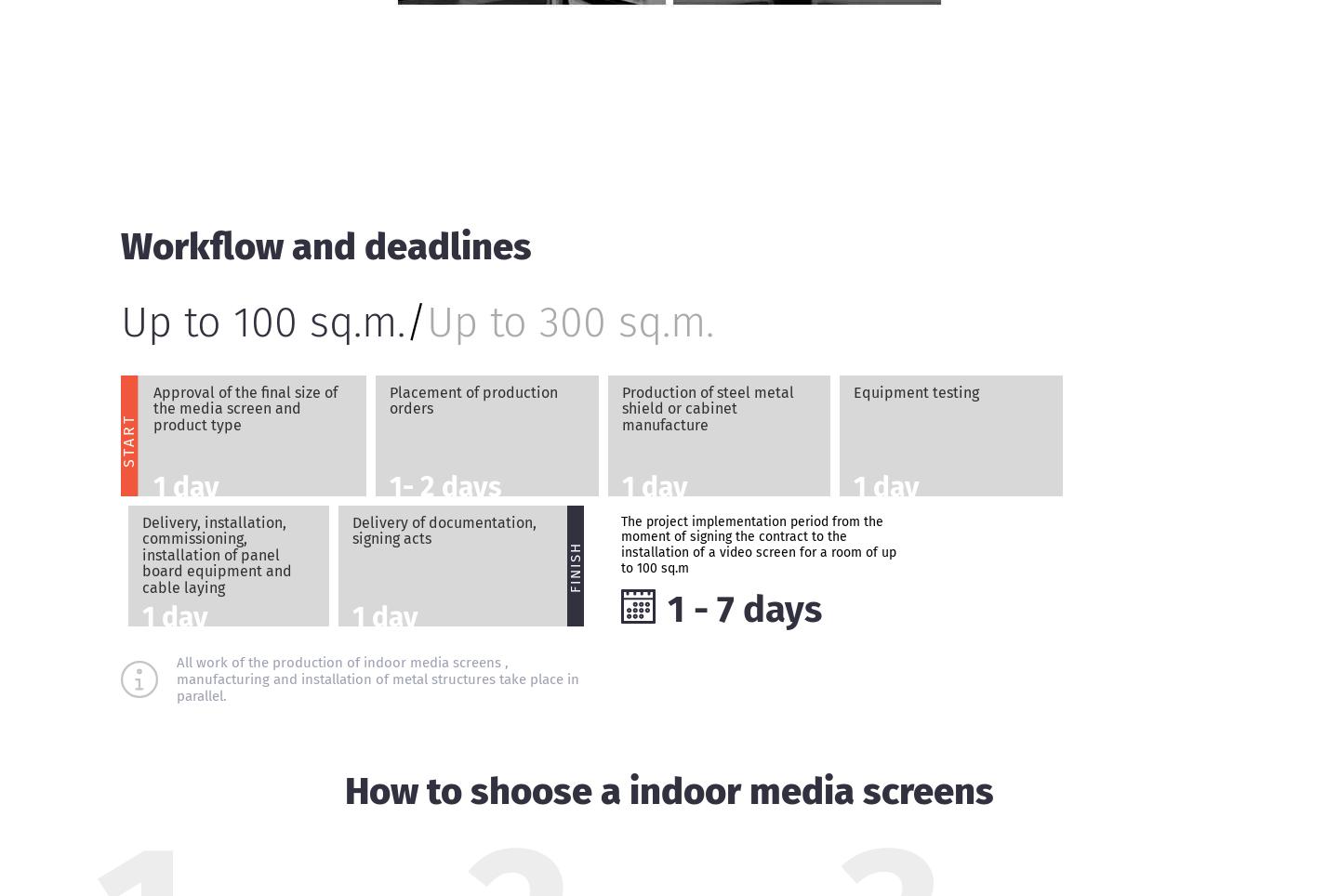 The image size is (1339, 896). I want to click on 'How to shoose a indoor media screens', so click(343, 791).